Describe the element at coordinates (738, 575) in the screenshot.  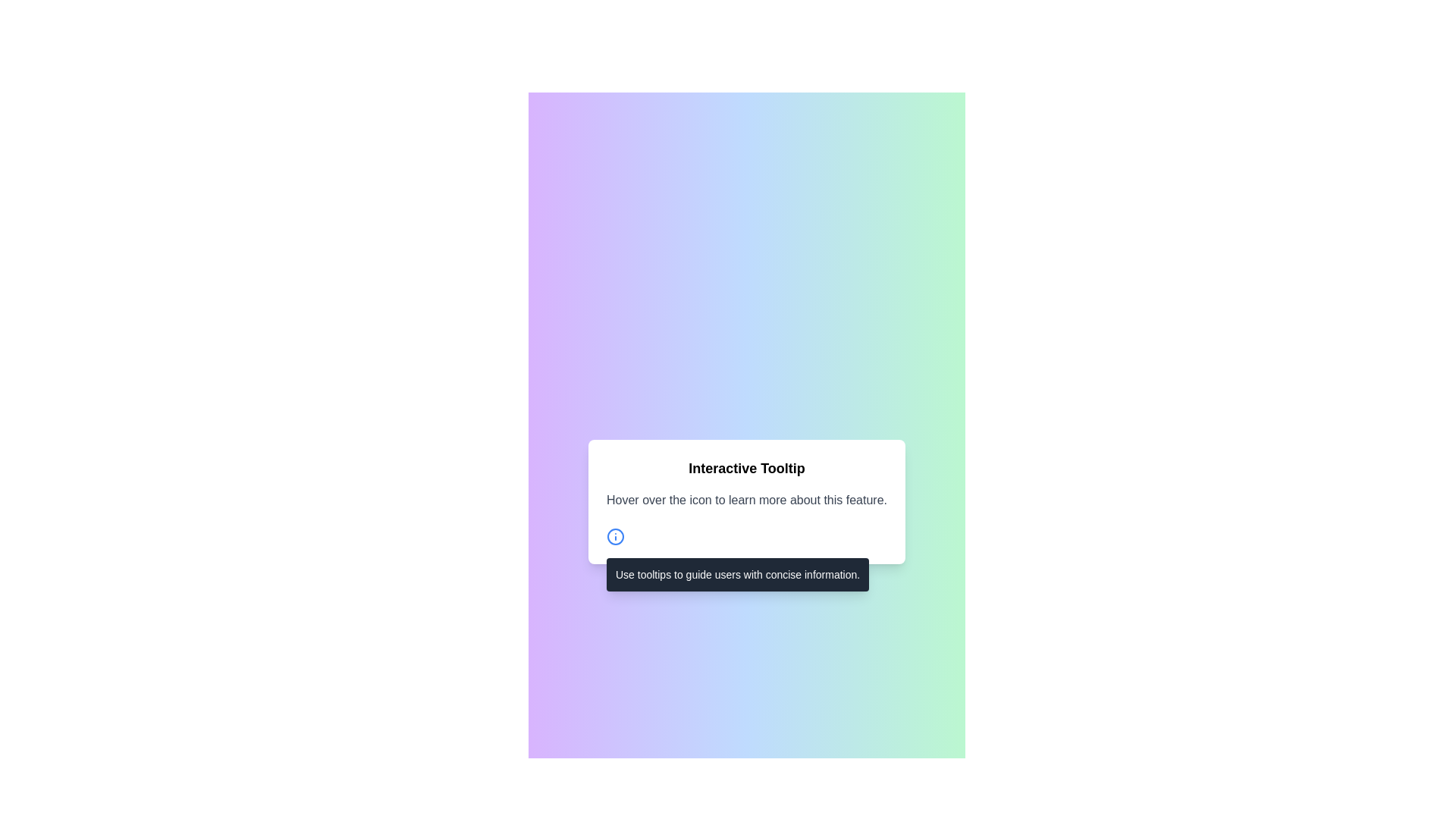
I see `the tooltip that provides supplementary information about a feature, positioned directly below the information icon in the informational box` at that location.